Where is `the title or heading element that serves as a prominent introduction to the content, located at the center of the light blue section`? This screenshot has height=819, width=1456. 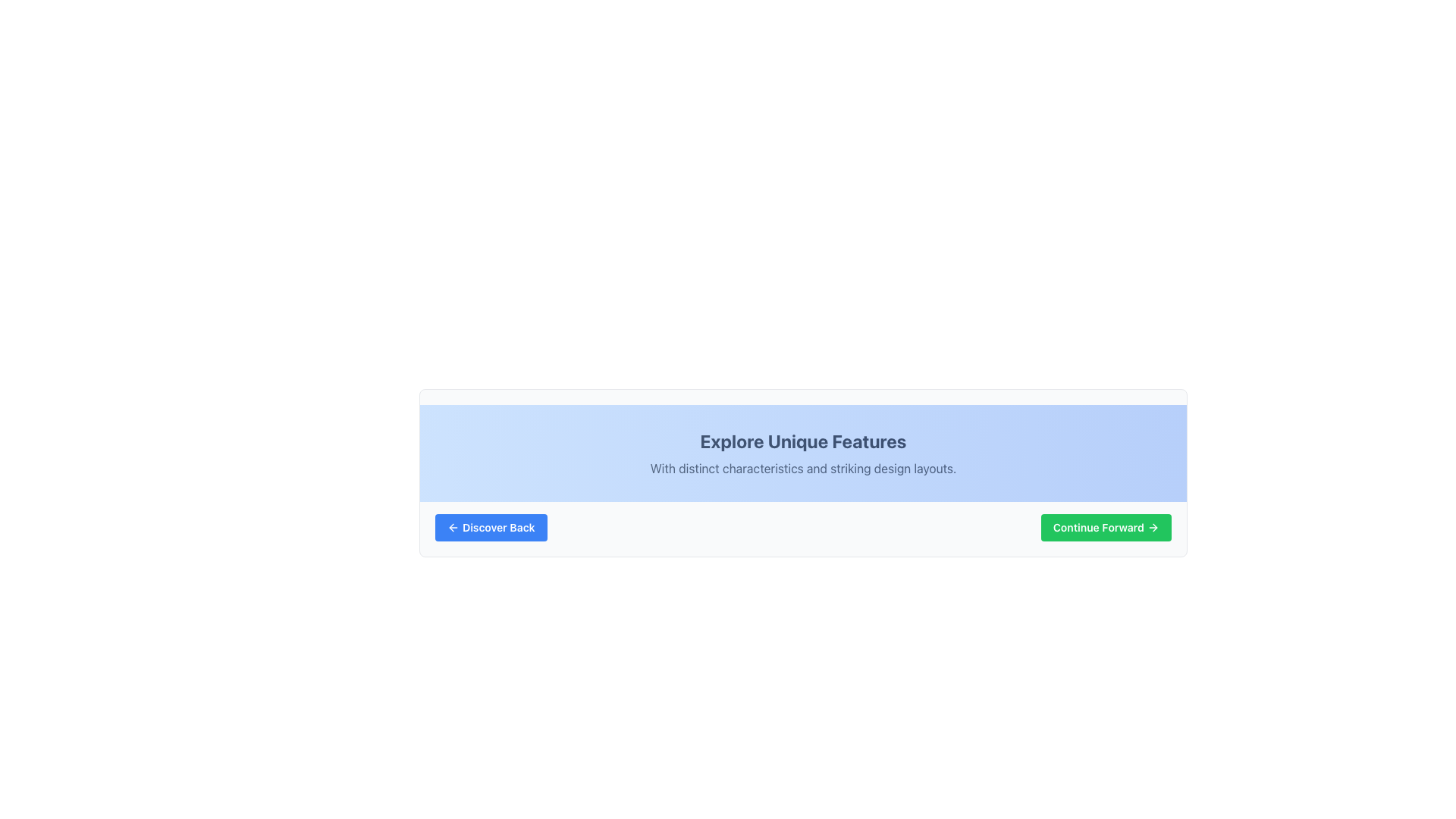 the title or heading element that serves as a prominent introduction to the content, located at the center of the light blue section is located at coordinates (802, 441).